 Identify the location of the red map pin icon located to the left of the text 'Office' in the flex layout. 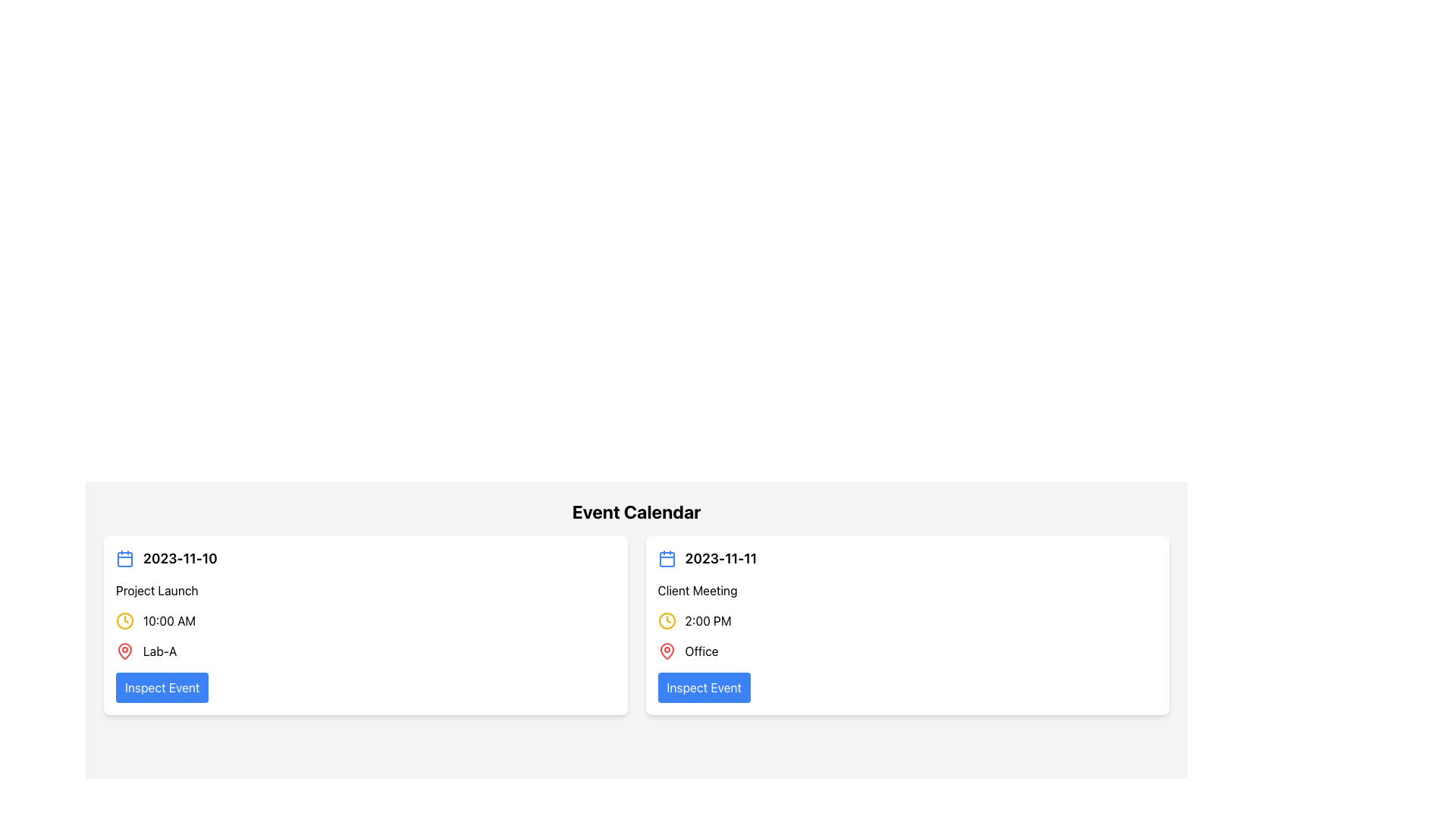
(667, 651).